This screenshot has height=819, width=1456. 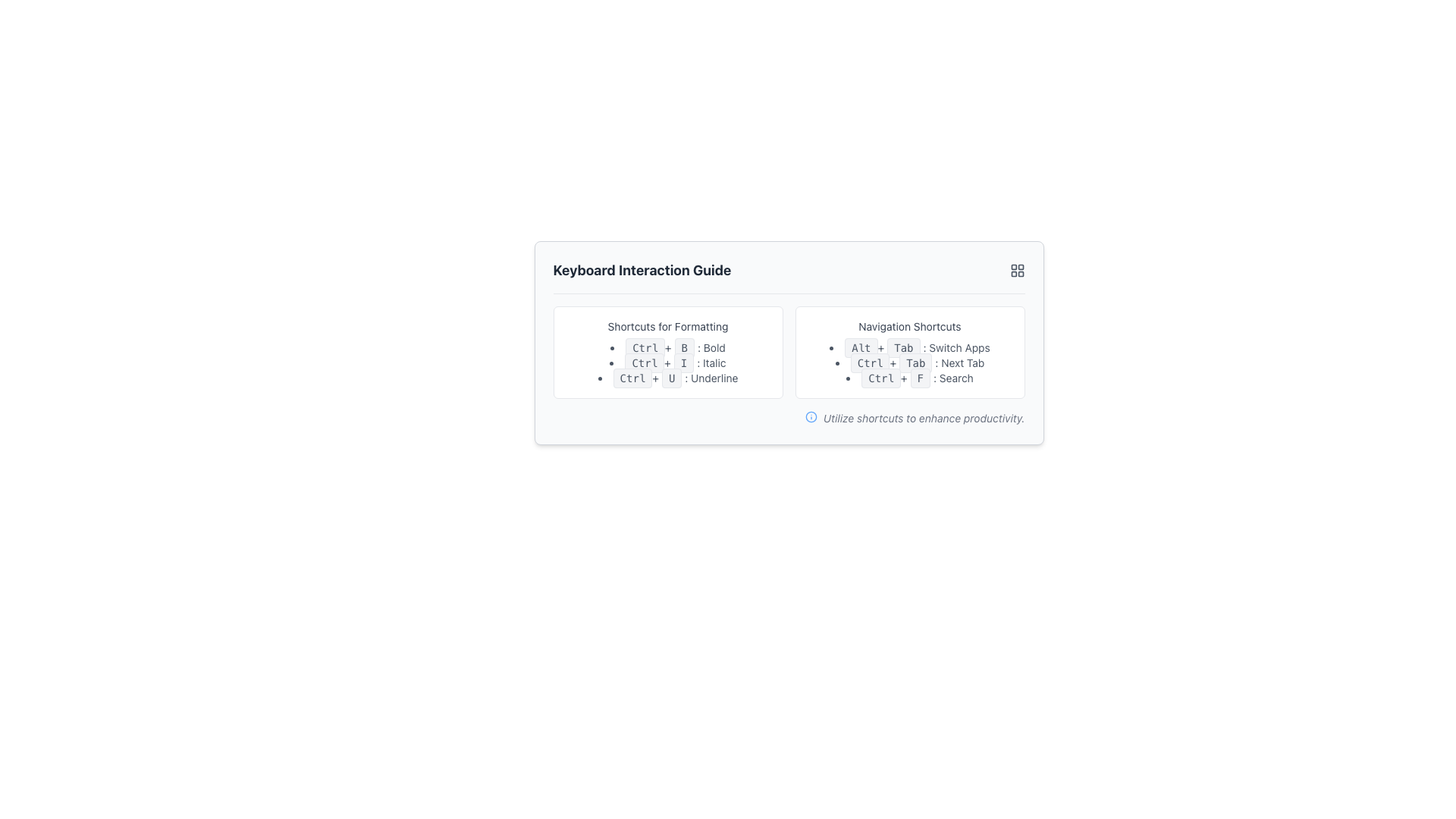 What do you see at coordinates (645, 362) in the screenshot?
I see `the 'Ctrl' text label, which represents a keyboard shortcut for italicizing text in the 'Shortcuts for Formatting' section` at bounding box center [645, 362].